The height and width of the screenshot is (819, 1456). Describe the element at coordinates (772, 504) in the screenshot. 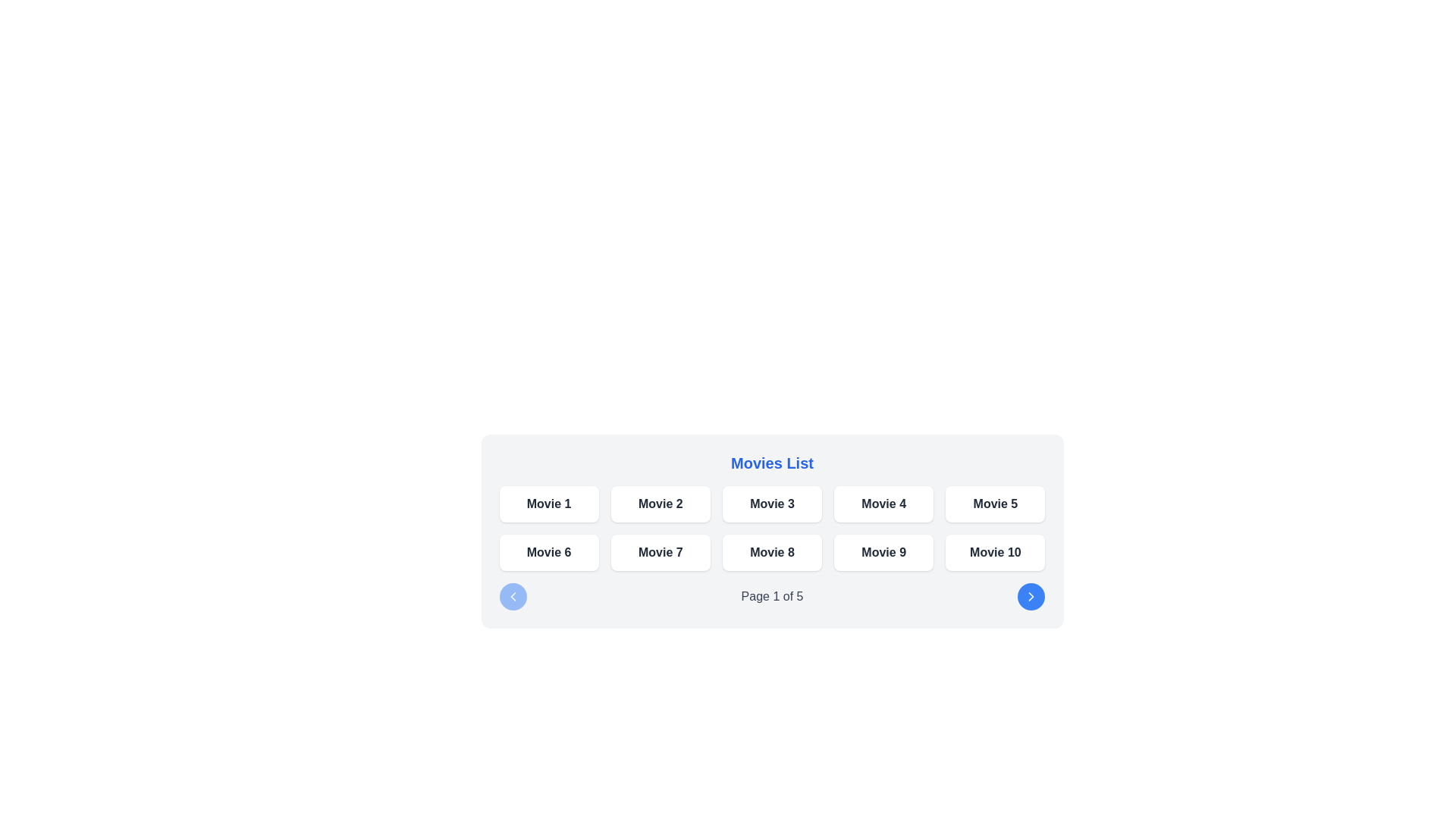

I see `the static text label 'Movie 3' which is a rectangular card with a white background, rounded corners, and a shadow effect, located in the 3rd position of the first row in the 'Movies List' grid layout` at that location.